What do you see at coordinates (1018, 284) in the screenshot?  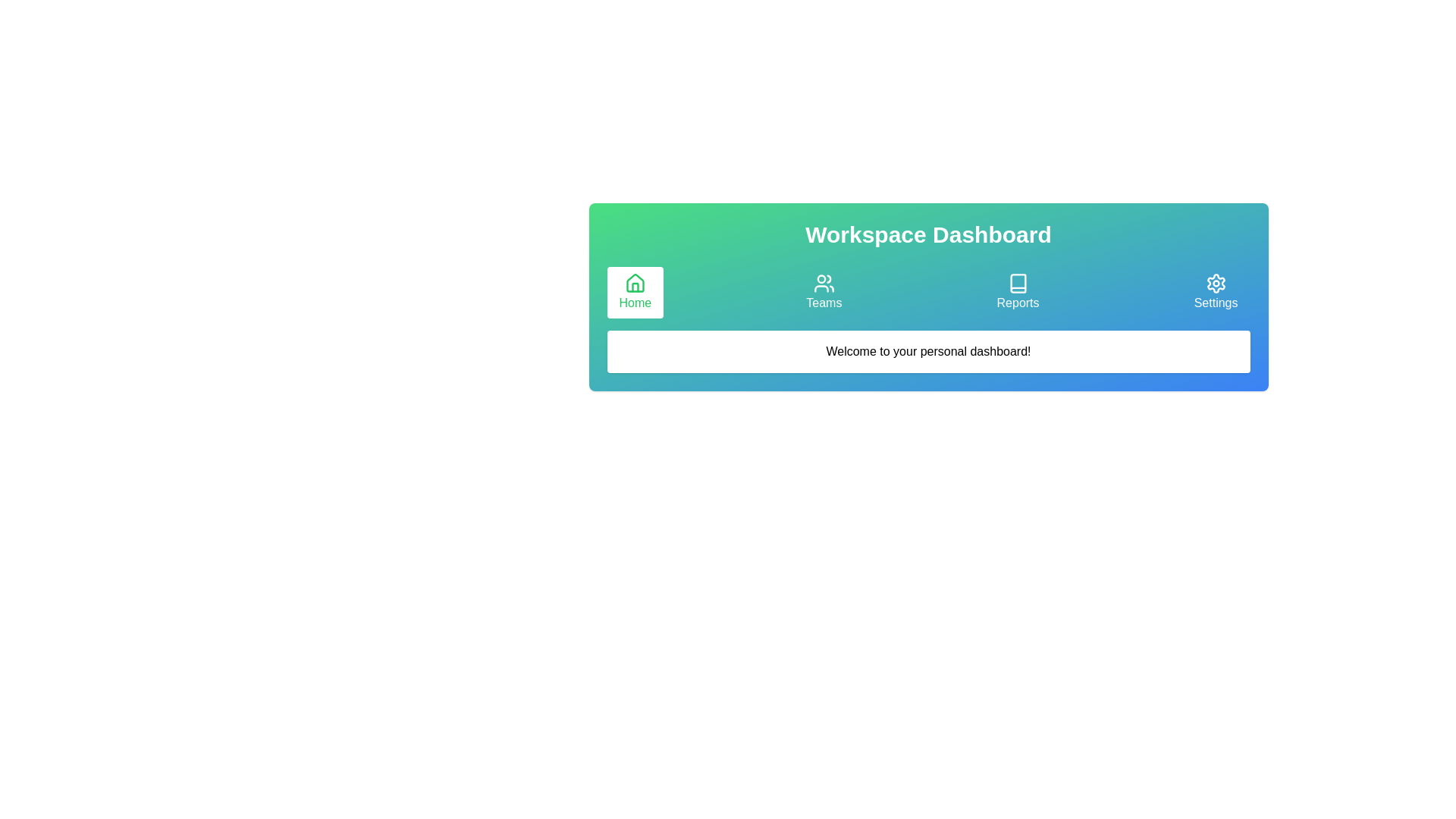 I see `the light blue outline book icon located above the 'Reports' text in the top navigation bar, positioned between the 'Teams' and 'Settings' buttons` at bounding box center [1018, 284].